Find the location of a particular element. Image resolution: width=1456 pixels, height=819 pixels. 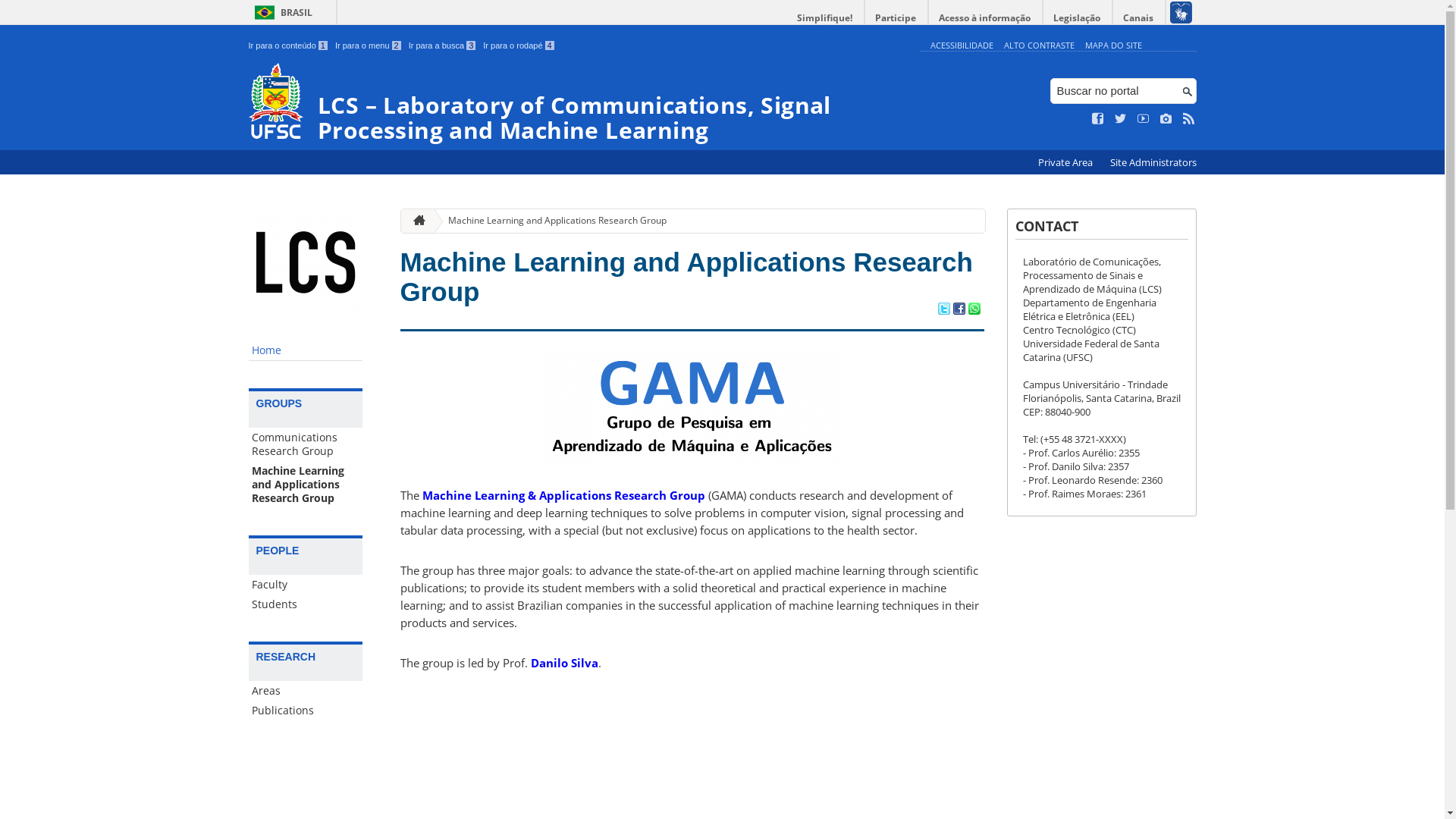

'Simplifique!' is located at coordinates (824, 17).